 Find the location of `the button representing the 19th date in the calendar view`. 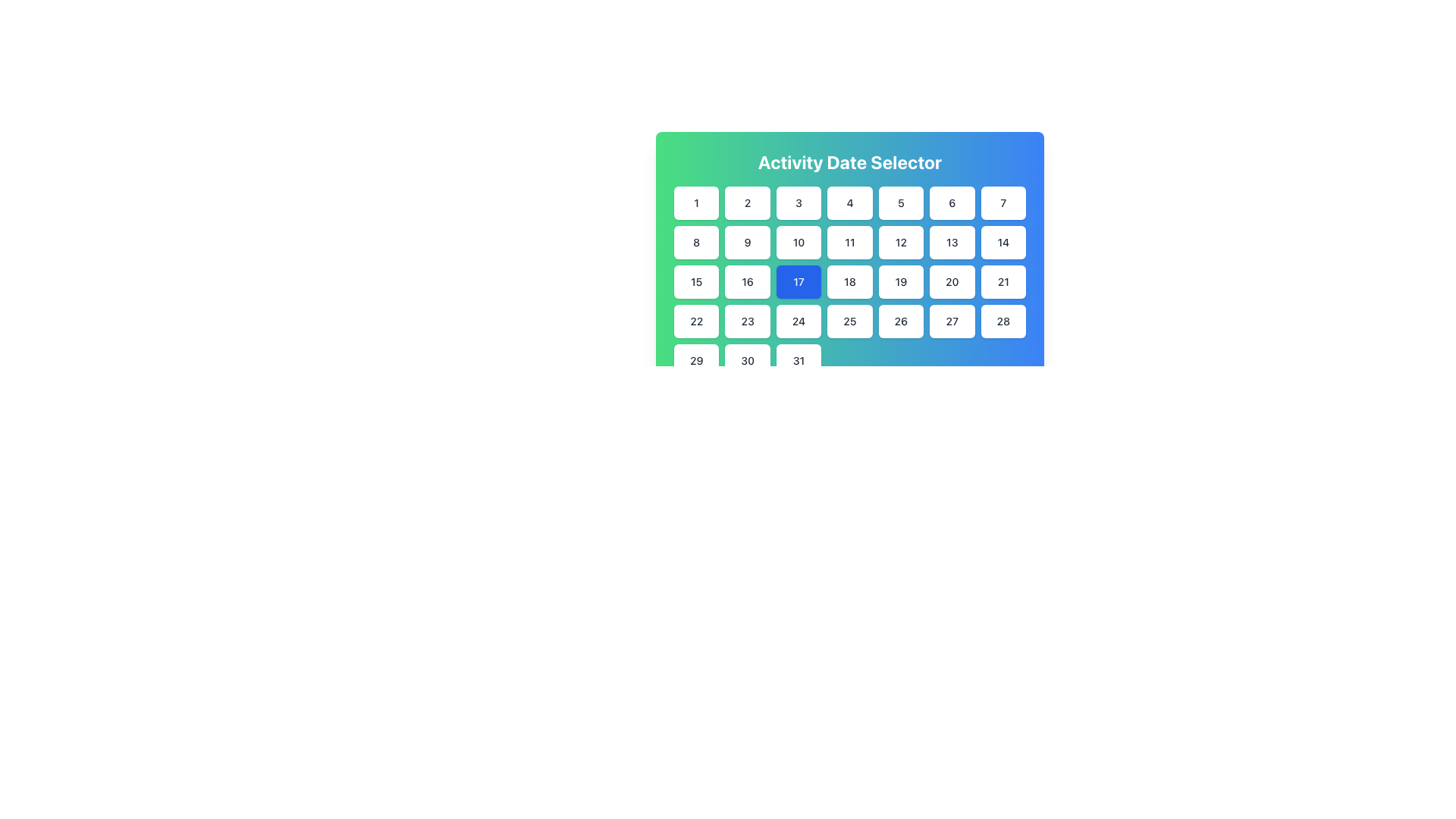

the button representing the 19th date in the calendar view is located at coordinates (901, 281).